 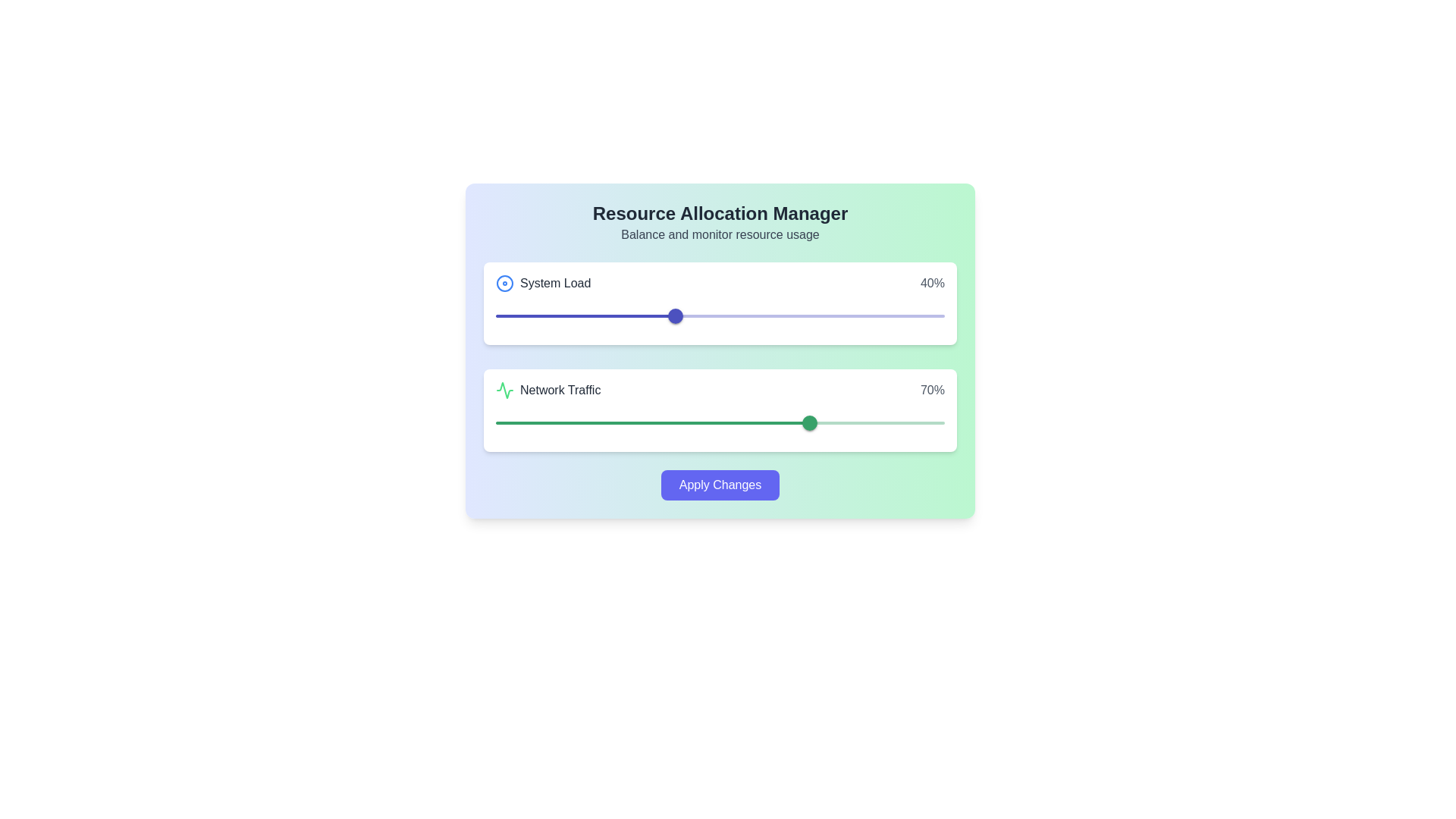 What do you see at coordinates (720, 315) in the screenshot?
I see `the Slider Rail of the 'System Load' metric, which is positioned horizontally across the slider bar and is located slightly above the red slider track` at bounding box center [720, 315].